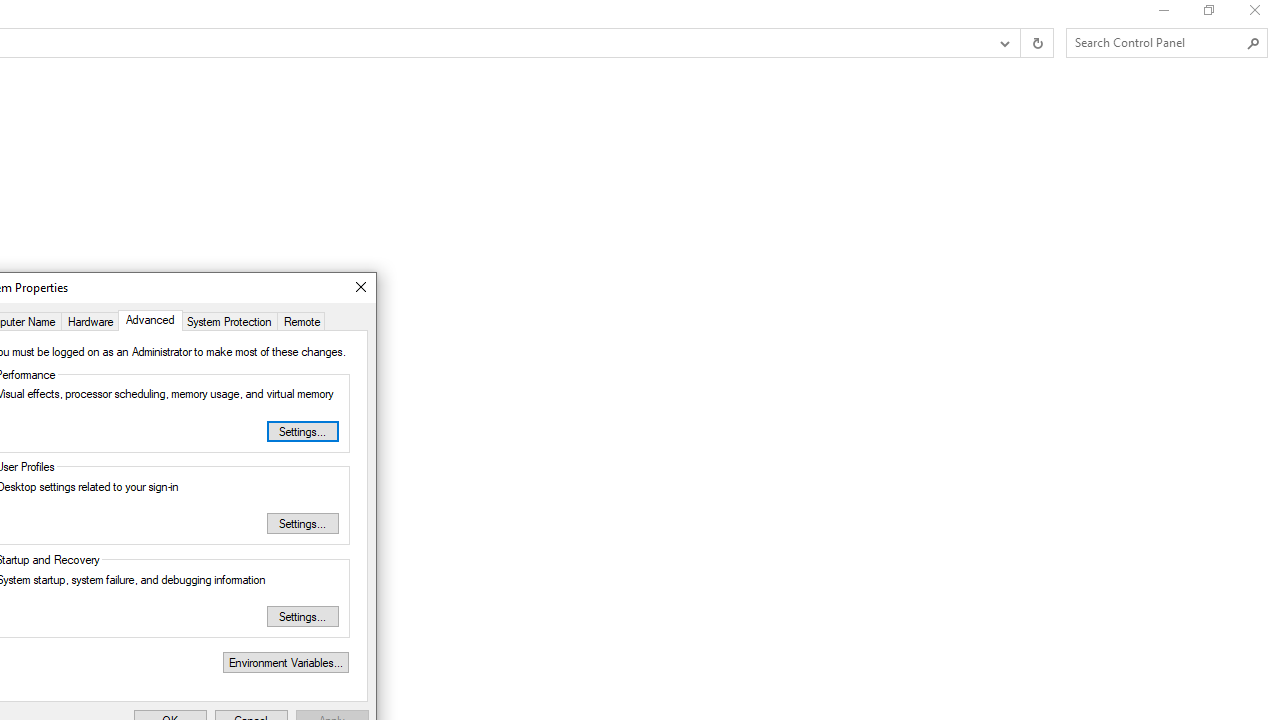  I want to click on 'System Protection', so click(229, 319).